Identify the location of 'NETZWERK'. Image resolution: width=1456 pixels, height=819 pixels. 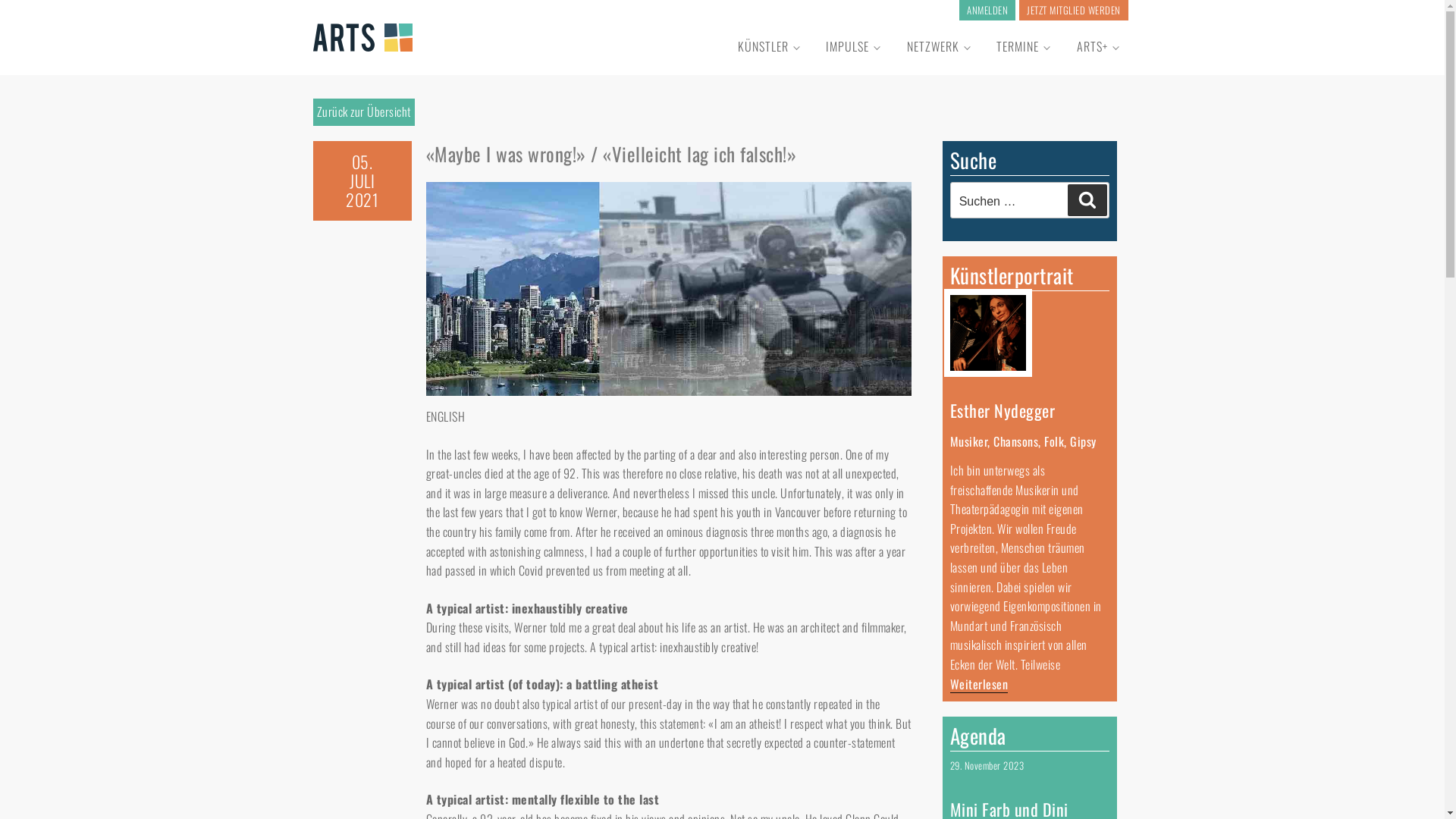
(893, 45).